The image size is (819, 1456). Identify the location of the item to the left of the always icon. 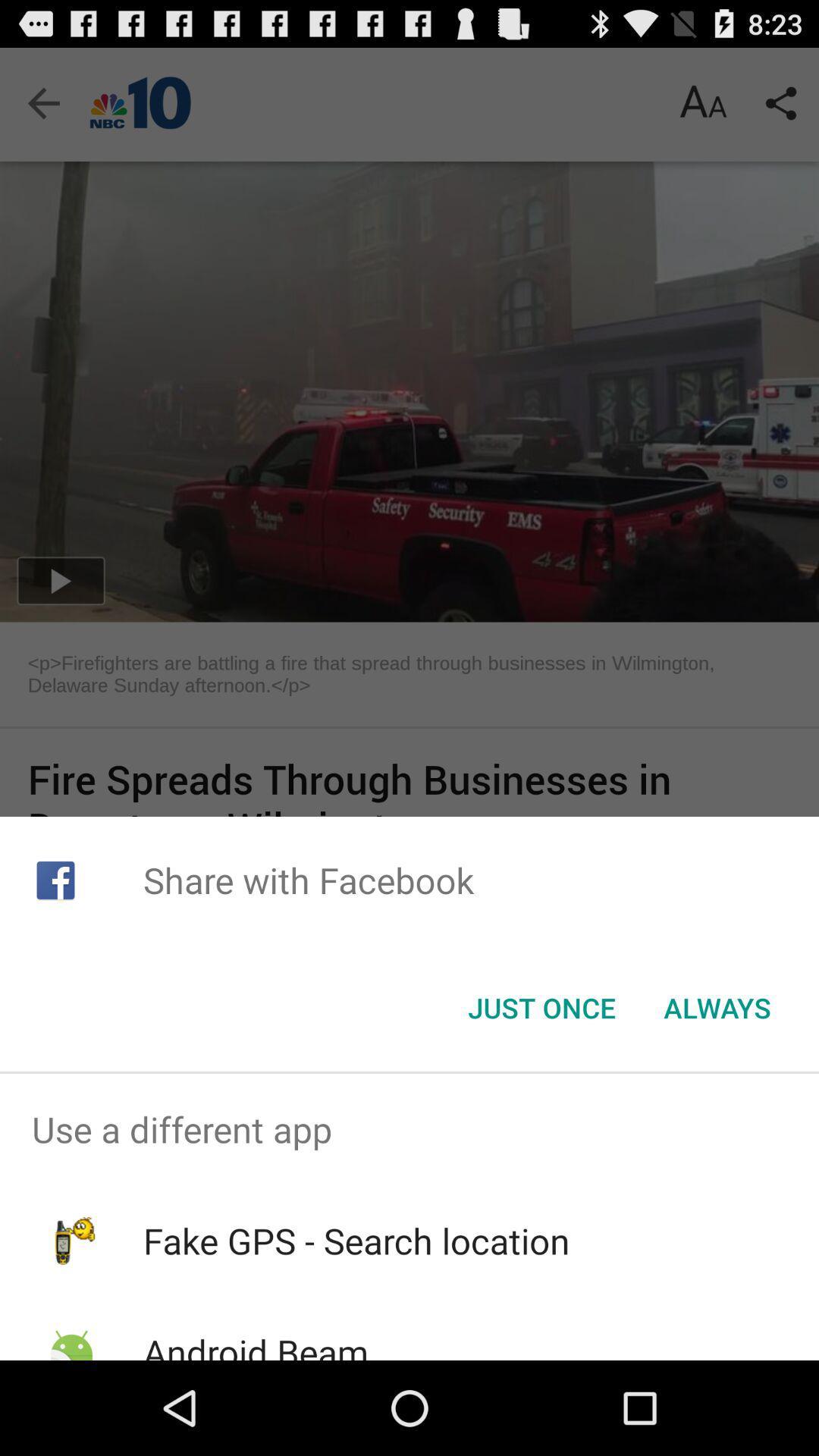
(541, 1008).